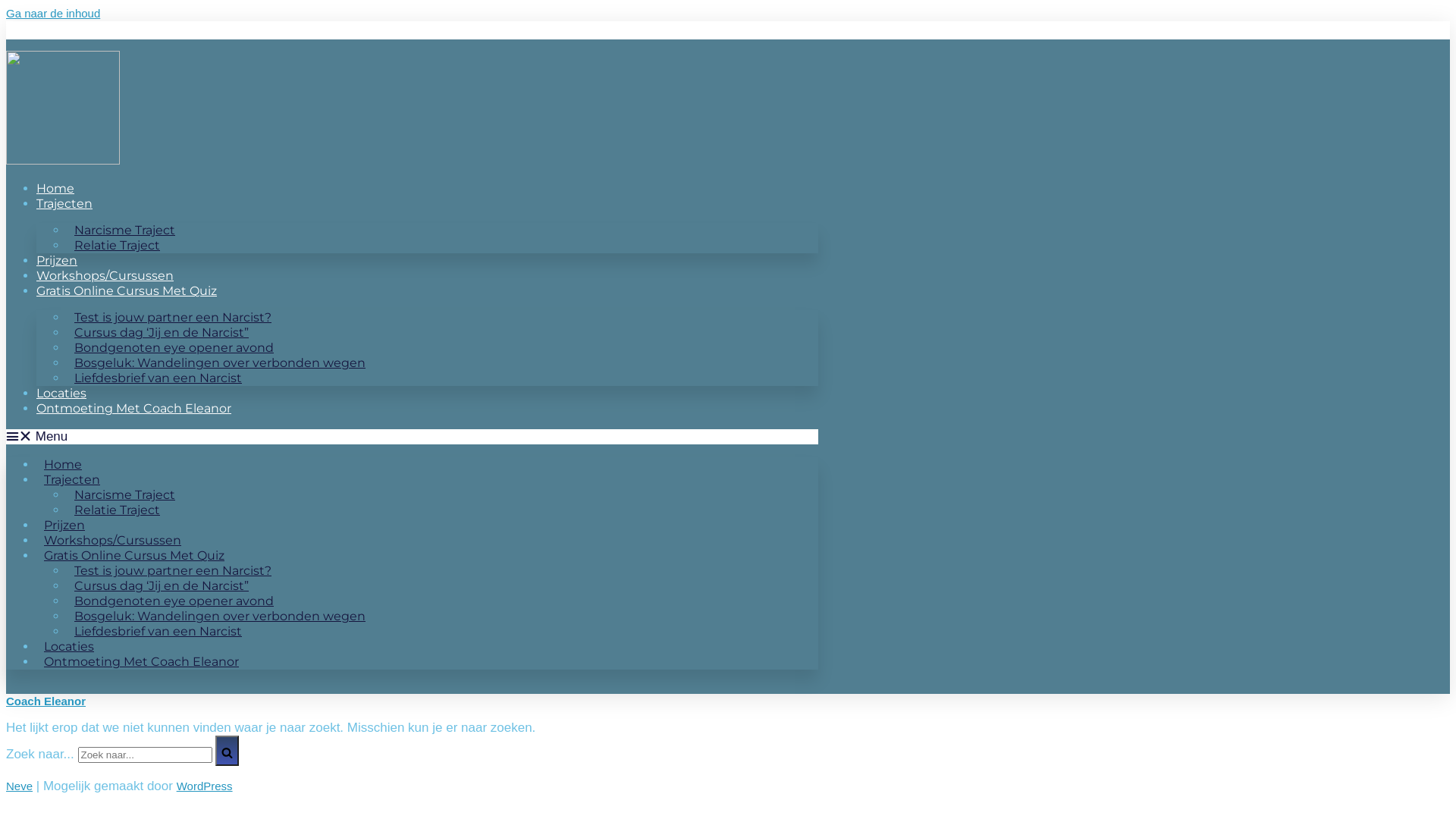  Describe the element at coordinates (53, 13) in the screenshot. I see `'Ga naar de inhoud'` at that location.